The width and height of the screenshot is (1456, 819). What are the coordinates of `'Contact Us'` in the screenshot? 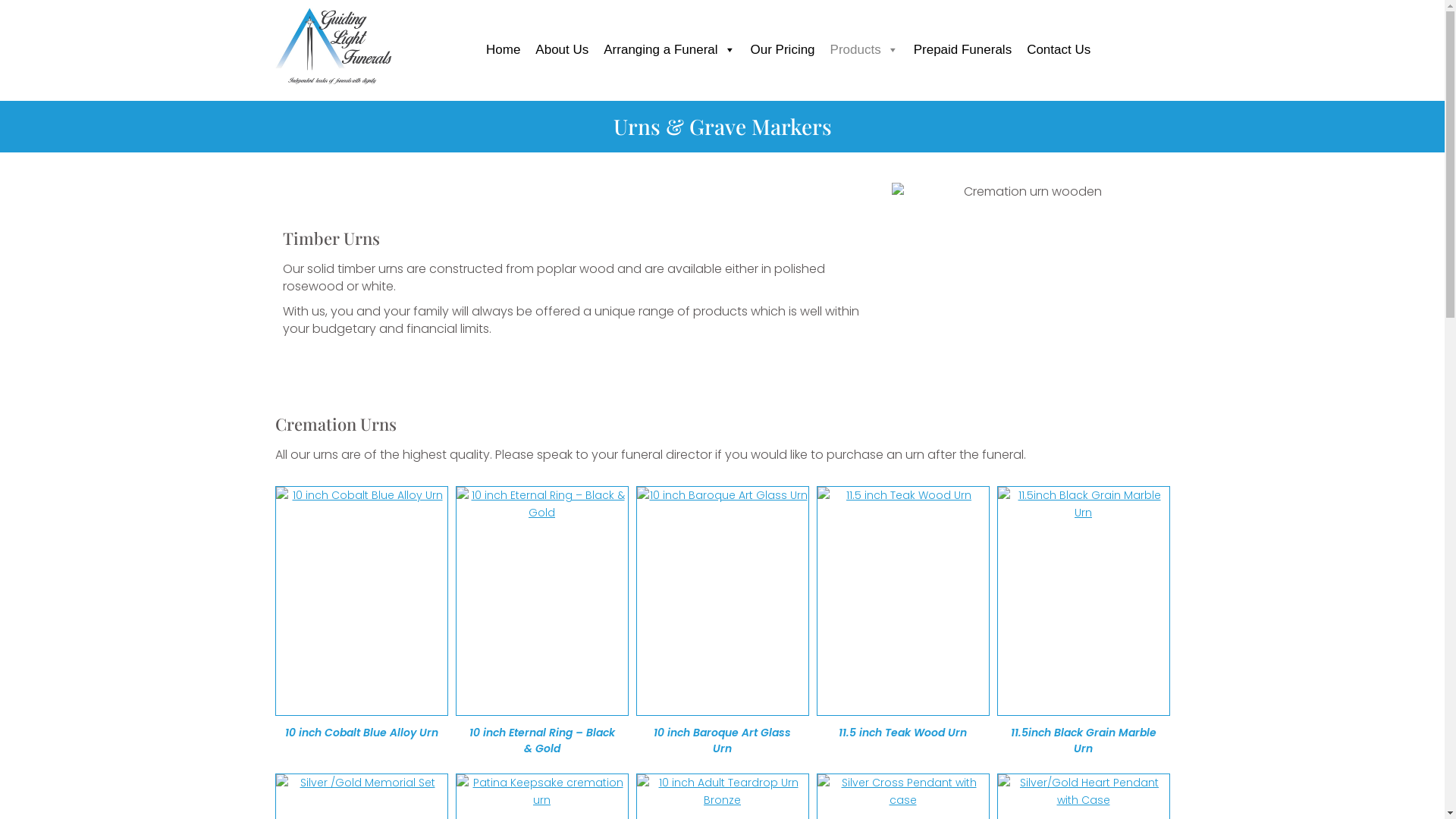 It's located at (1019, 49).